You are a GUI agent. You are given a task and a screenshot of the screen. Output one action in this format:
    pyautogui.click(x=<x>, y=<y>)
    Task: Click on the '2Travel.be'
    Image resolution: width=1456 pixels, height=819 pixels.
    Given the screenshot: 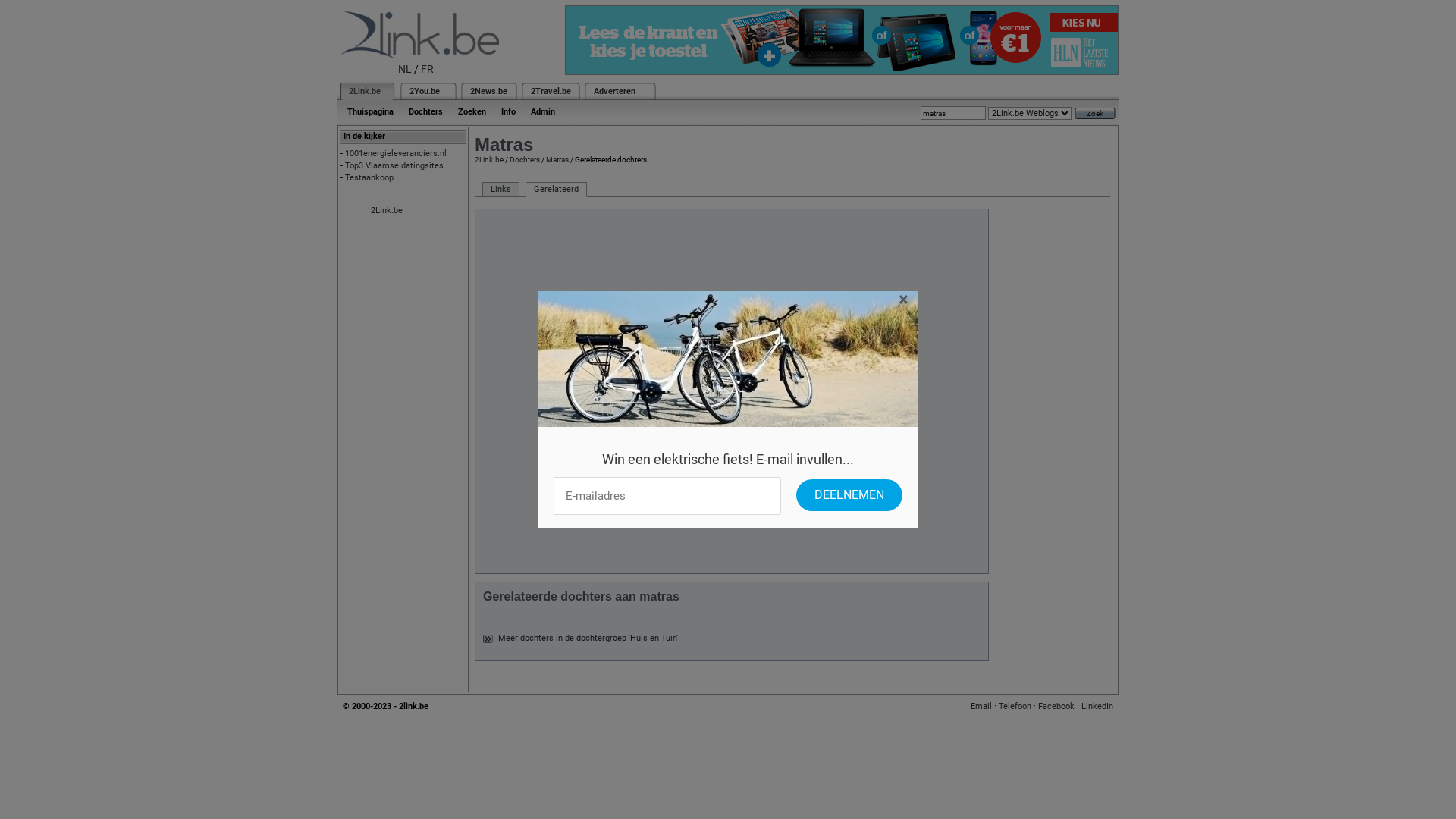 What is the action you would take?
    pyautogui.click(x=531, y=91)
    